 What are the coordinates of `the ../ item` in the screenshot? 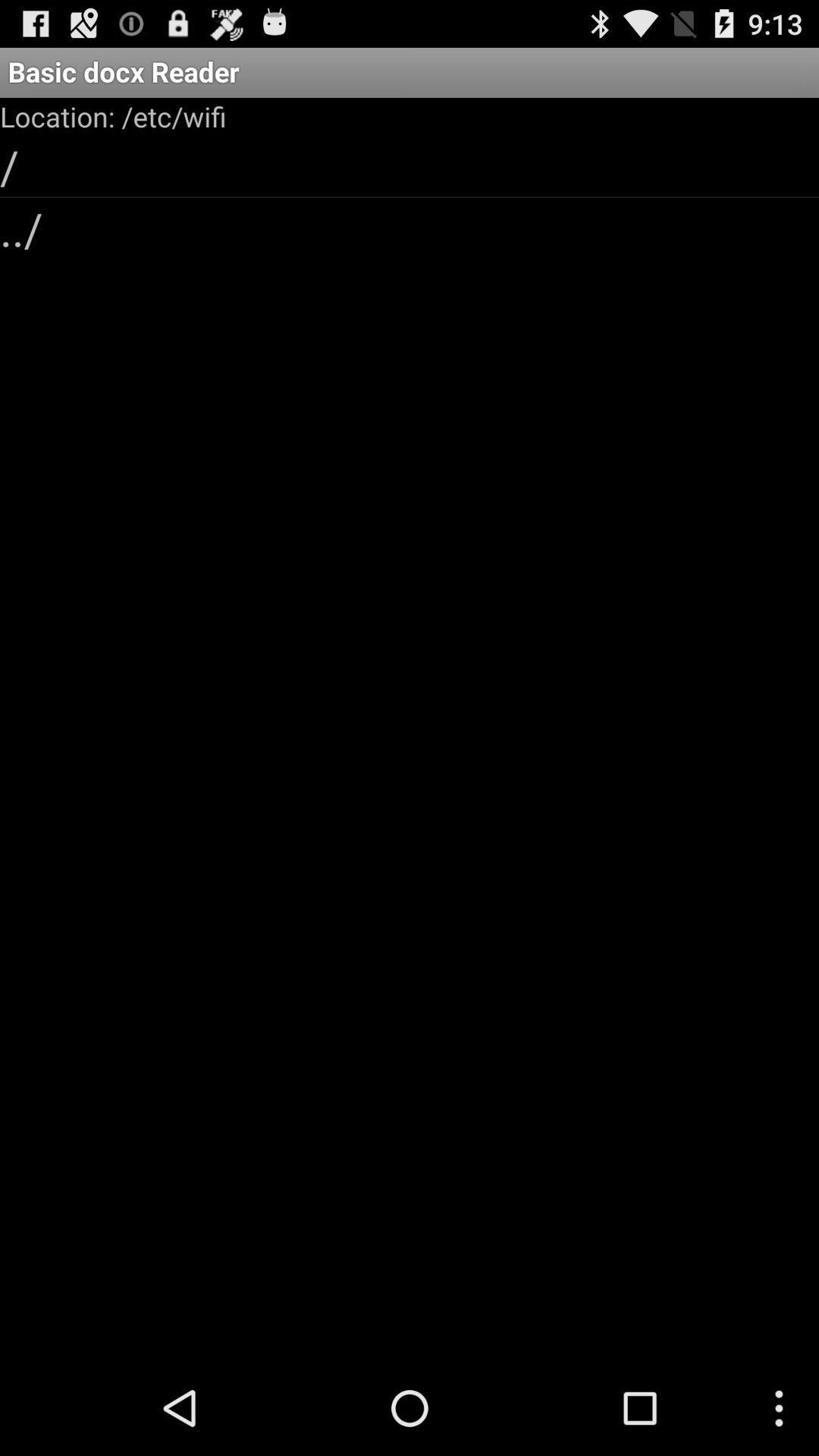 It's located at (409, 227).